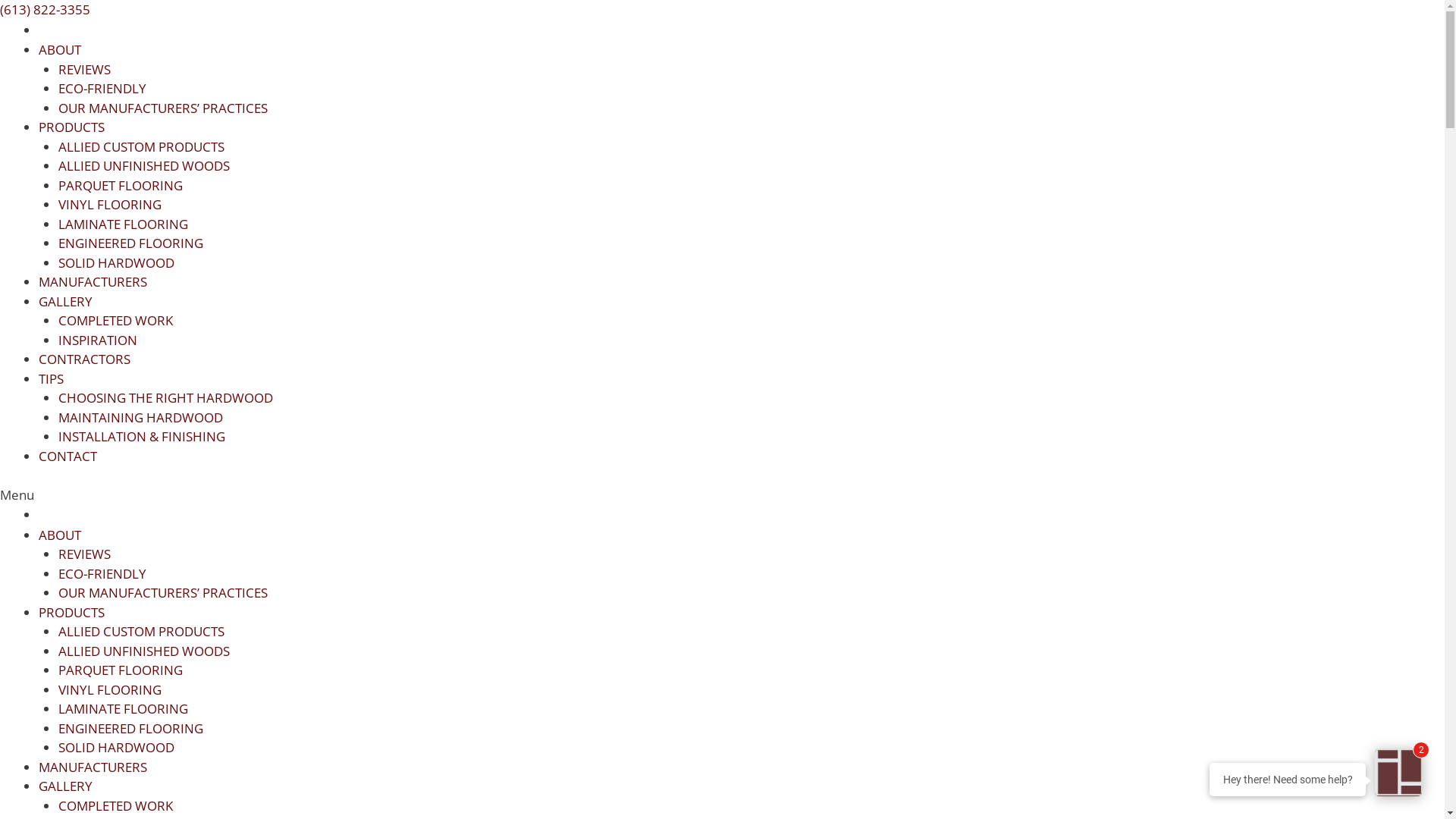 This screenshot has height=819, width=1456. What do you see at coordinates (58, 338) in the screenshot?
I see `'INSPIRATION'` at bounding box center [58, 338].